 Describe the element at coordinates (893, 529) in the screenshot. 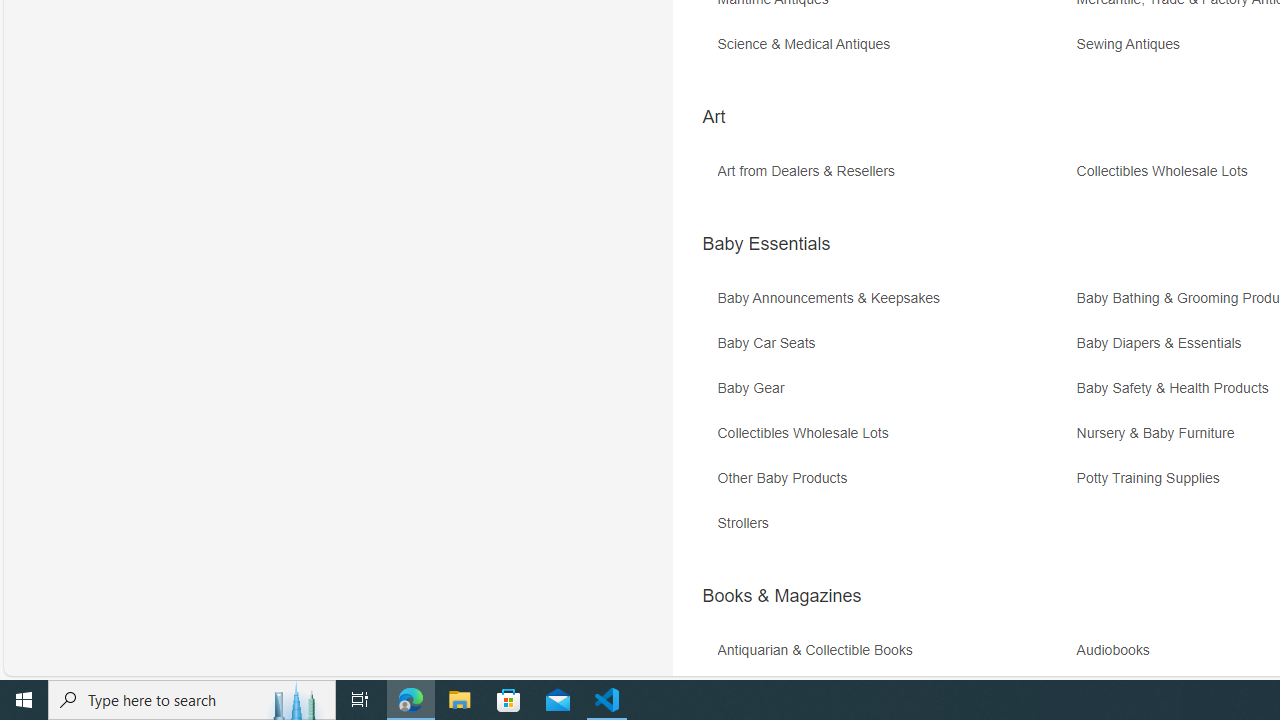

I see `'Strollers'` at that location.